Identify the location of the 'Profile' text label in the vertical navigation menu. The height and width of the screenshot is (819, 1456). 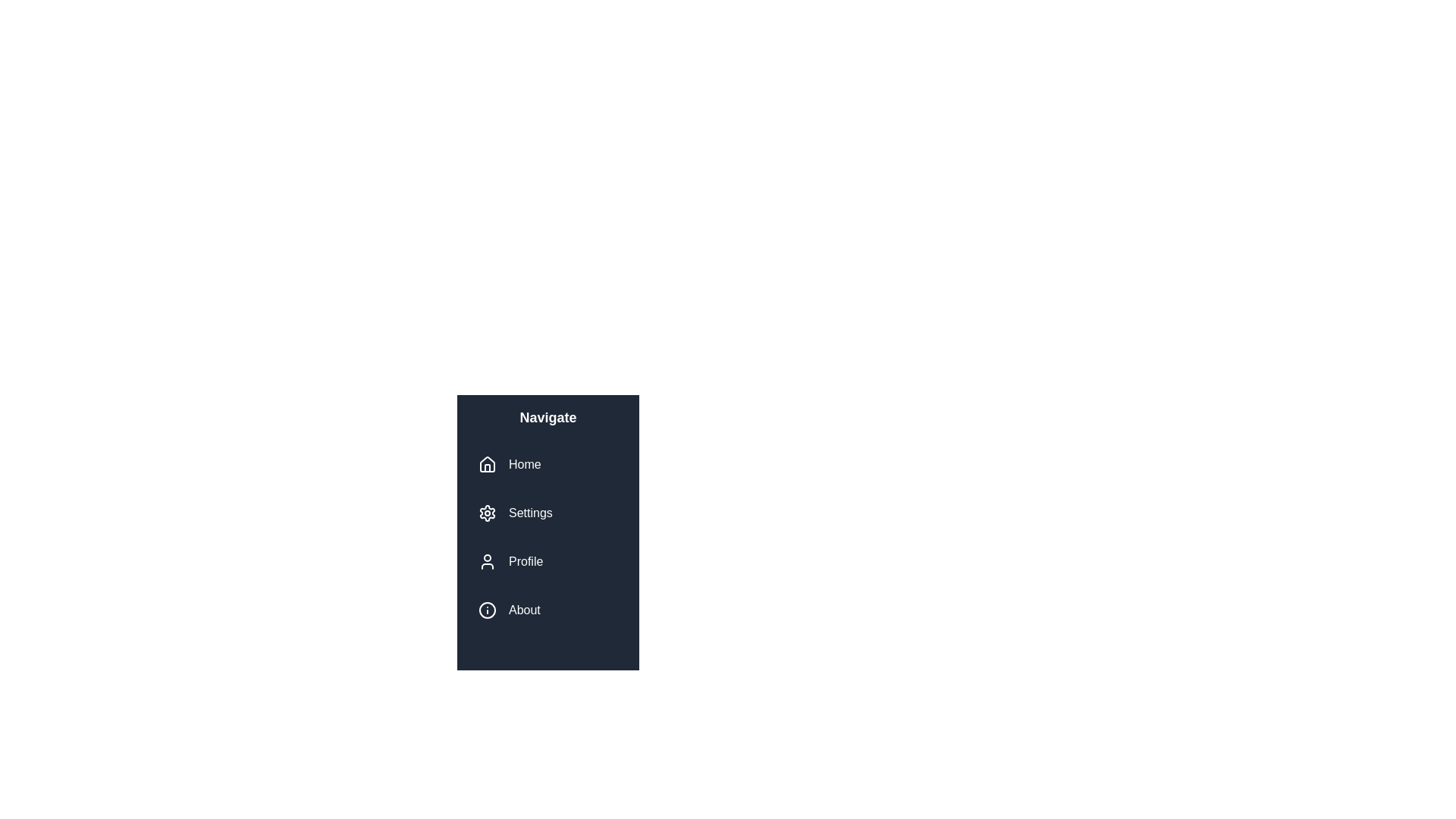
(526, 561).